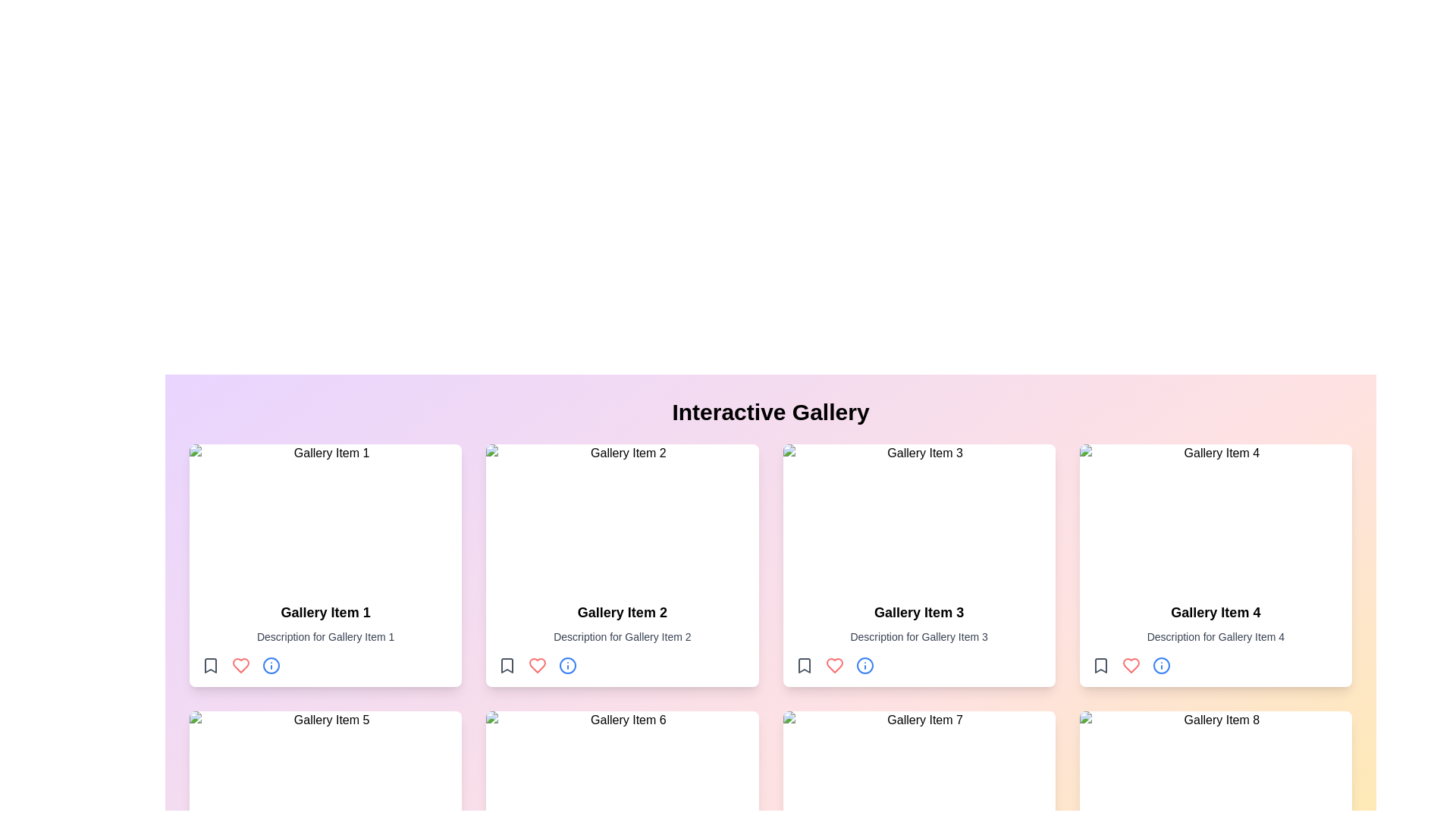  Describe the element at coordinates (1160, 665) in the screenshot. I see `the circular icon representing information or status located at the bottom center of the card for 'Gallery Item 4'` at that location.